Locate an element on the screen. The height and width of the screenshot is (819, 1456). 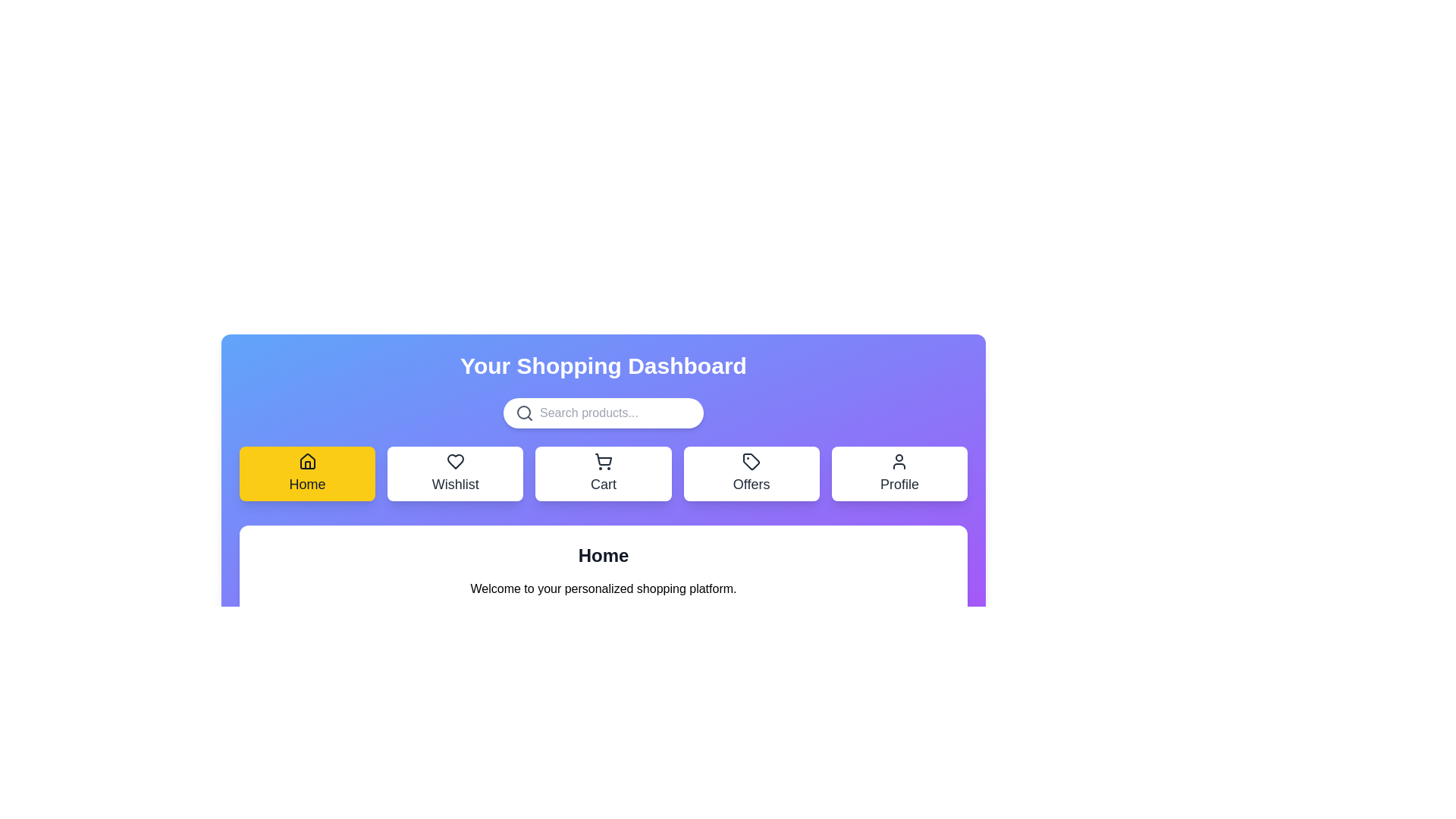
the 'Home' text label, which is a bold, larger black text centrally positioned within a white box with rounded corners is located at coordinates (603, 555).